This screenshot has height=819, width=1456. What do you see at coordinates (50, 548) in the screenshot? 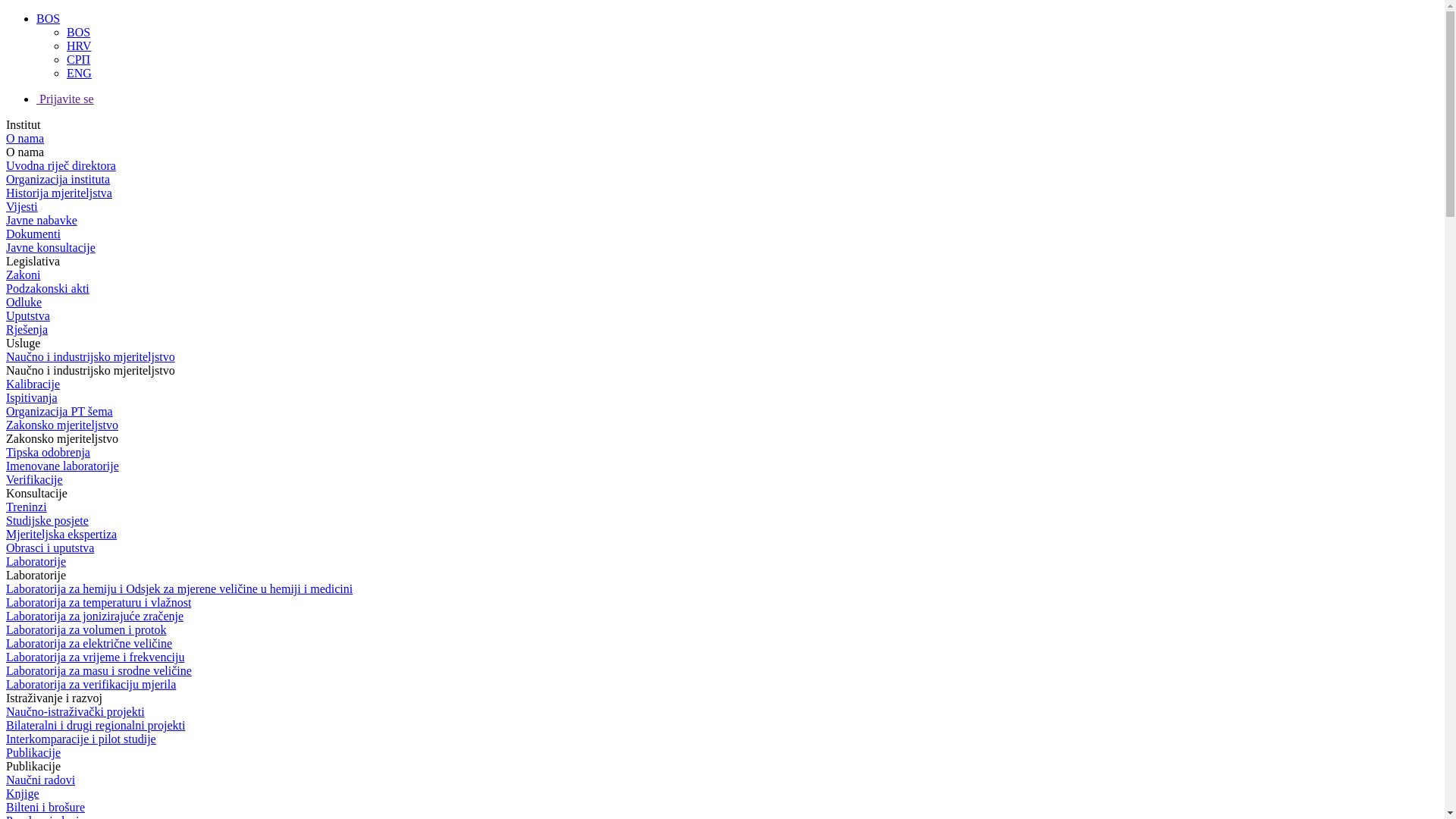
I see `'Obrasci i uputstva'` at bounding box center [50, 548].